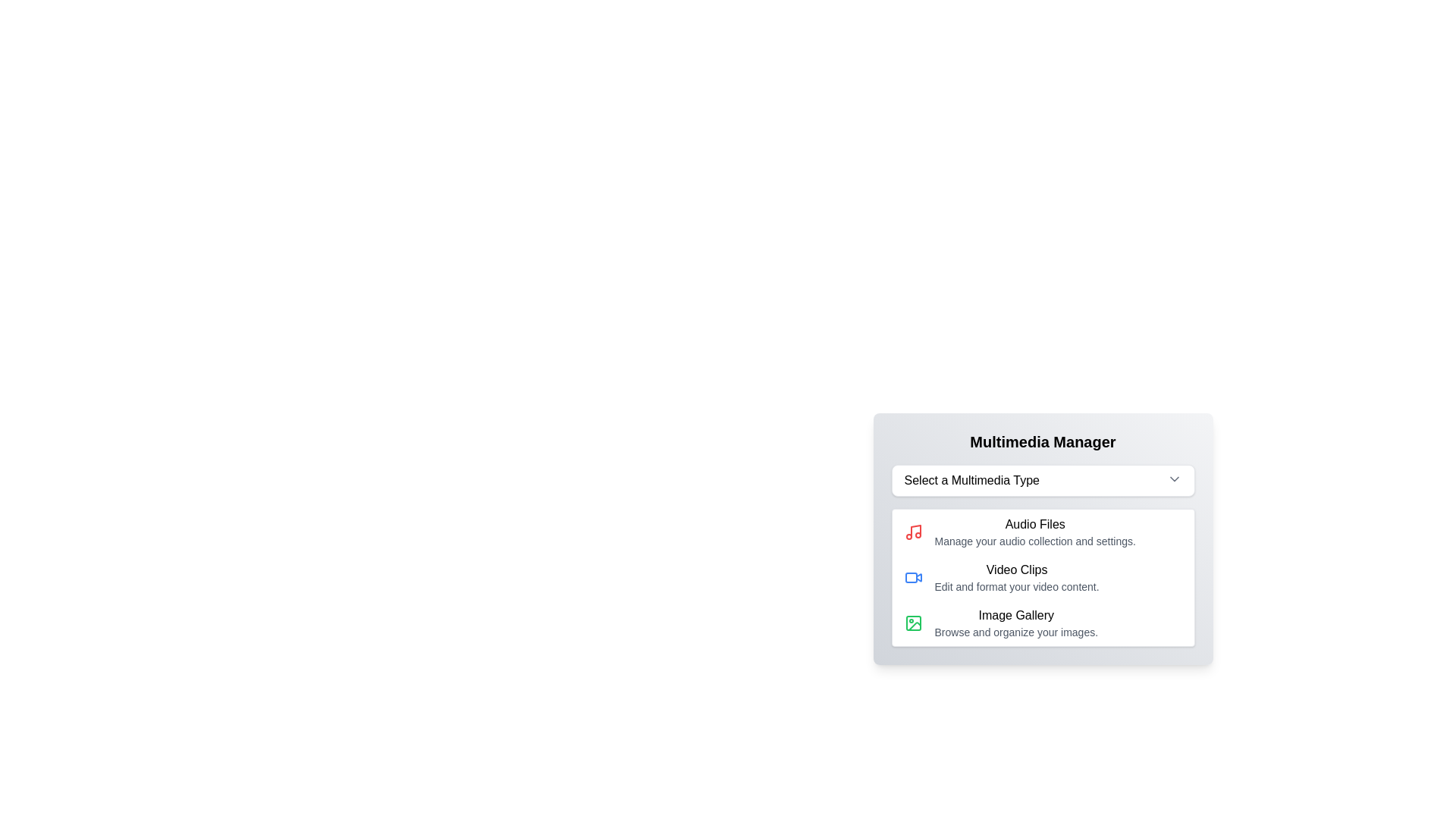  I want to click on the Text Label that provides clarification about the 'Audio Files' option, located under the heading 'Audio Files' in the 'Multimedia Manager' interface, so click(1034, 540).